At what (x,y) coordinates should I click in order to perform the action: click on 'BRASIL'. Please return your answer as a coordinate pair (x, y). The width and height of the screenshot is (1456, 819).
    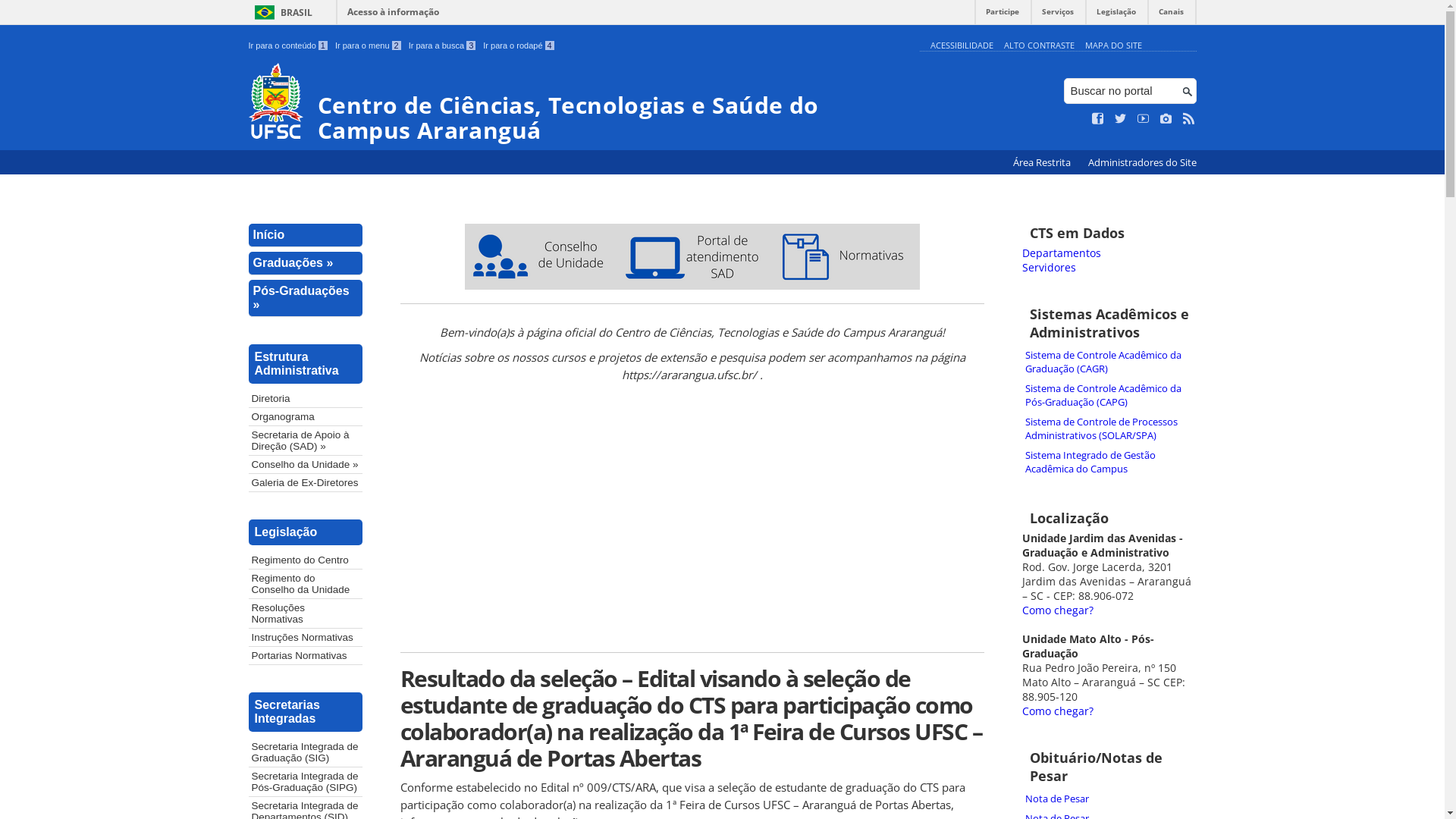
    Looking at the image, I should click on (281, 12).